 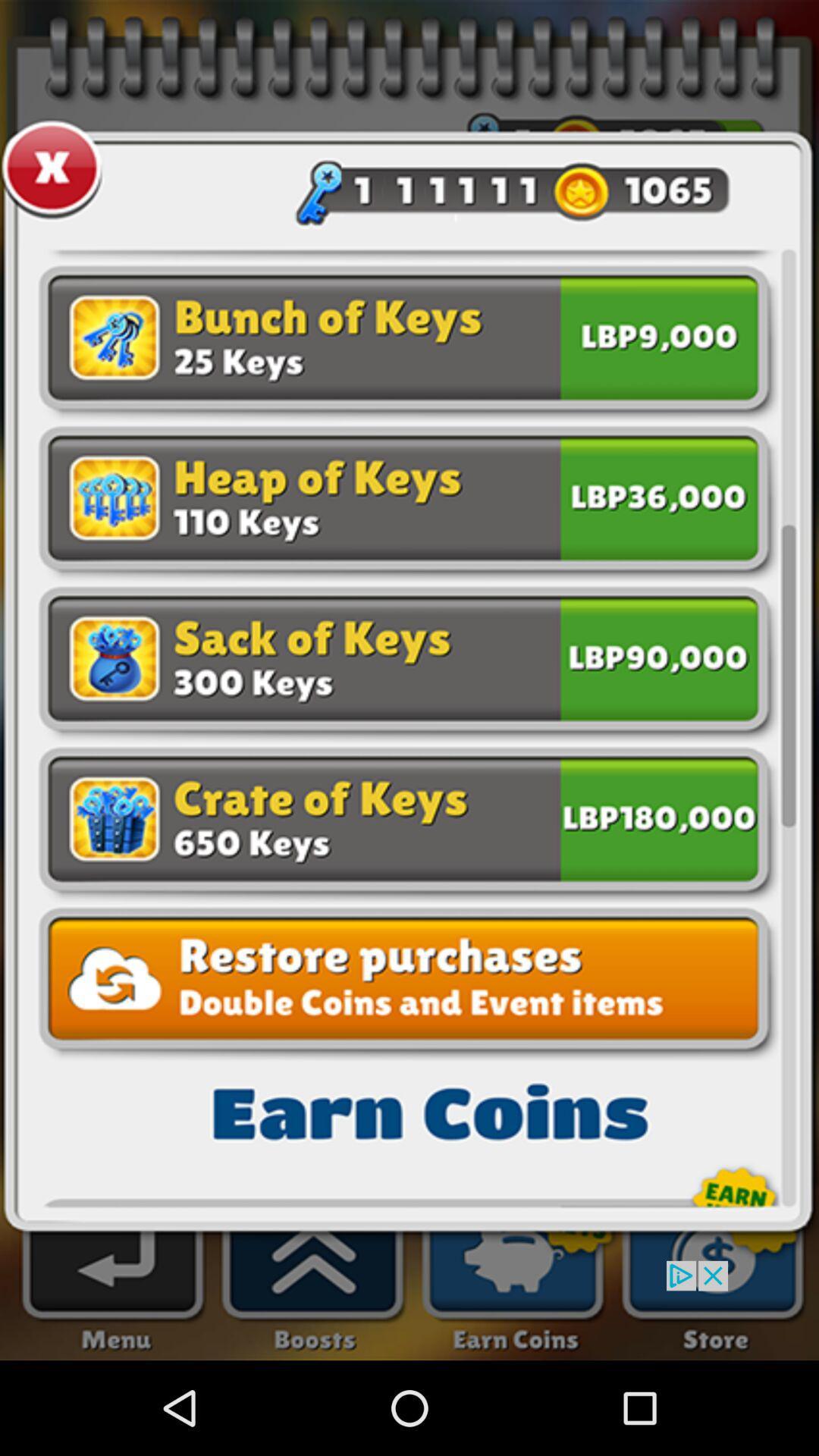 What do you see at coordinates (658, 340) in the screenshot?
I see `buy coins` at bounding box center [658, 340].